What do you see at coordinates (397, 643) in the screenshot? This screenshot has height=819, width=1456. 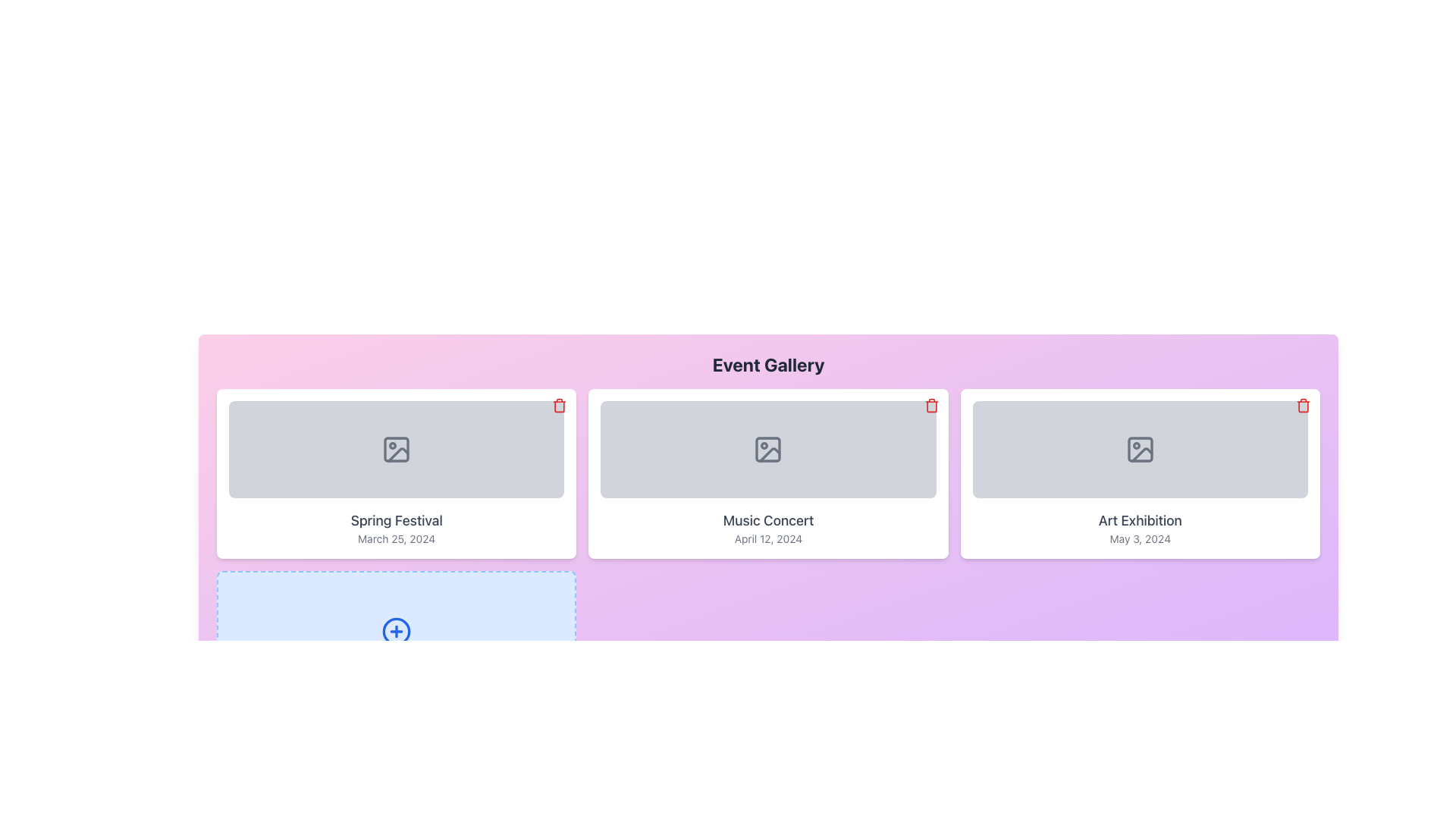 I see `the 'Add Event' button, which is a rectangular interface with a light blue background, rounded corners, a dashed border, and a blue circle with a plus icon in the middle, located directly under the 'Spring Festival, March 25, 2024' event card` at bounding box center [397, 643].